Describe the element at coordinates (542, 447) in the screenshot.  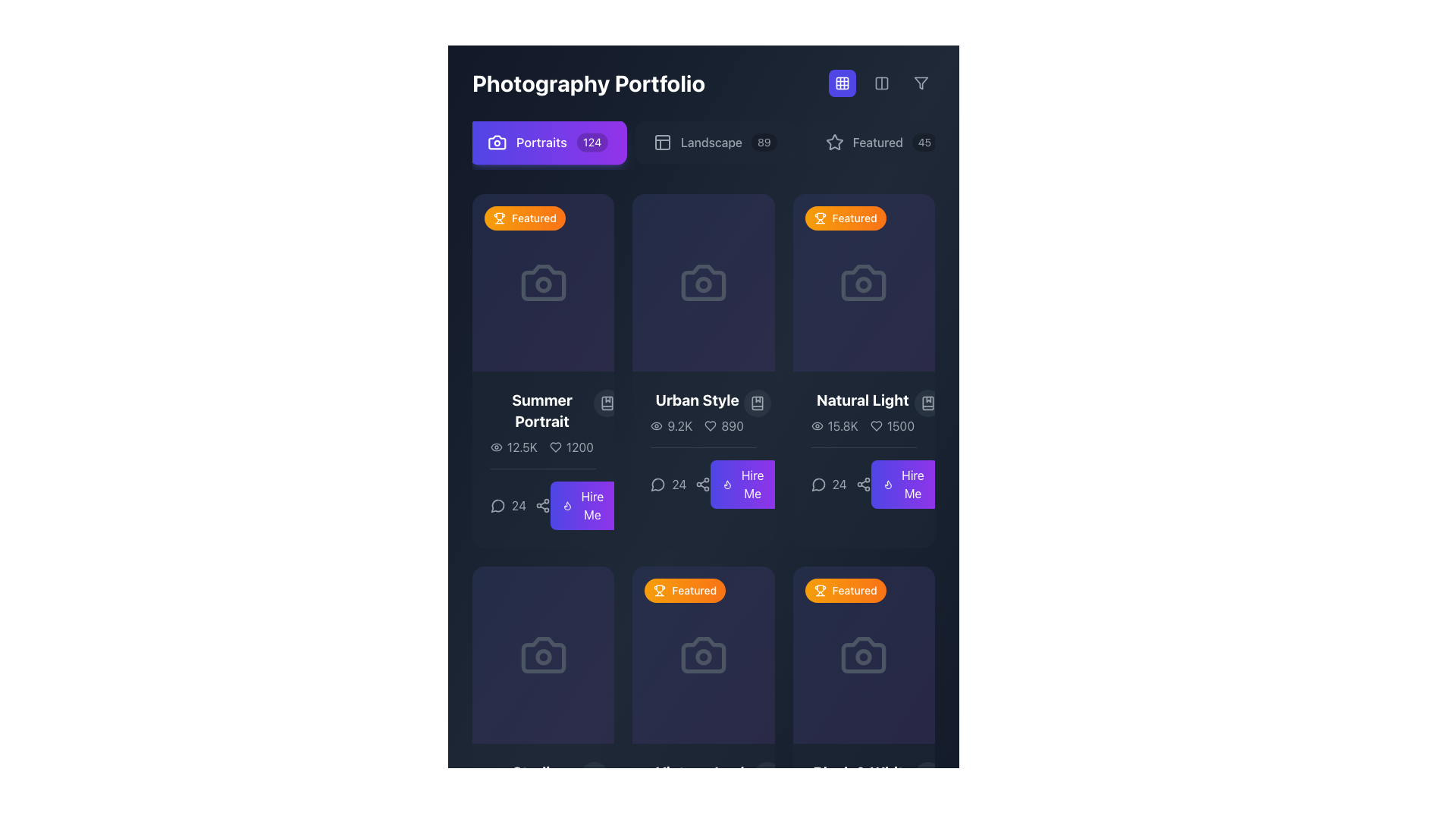
I see `the Engagement statistics bar located beneath the 'Summer Portrait' title, which displays an eye icon and a heart icon with their respective counts of 12.5K views and 1200 likes` at that location.